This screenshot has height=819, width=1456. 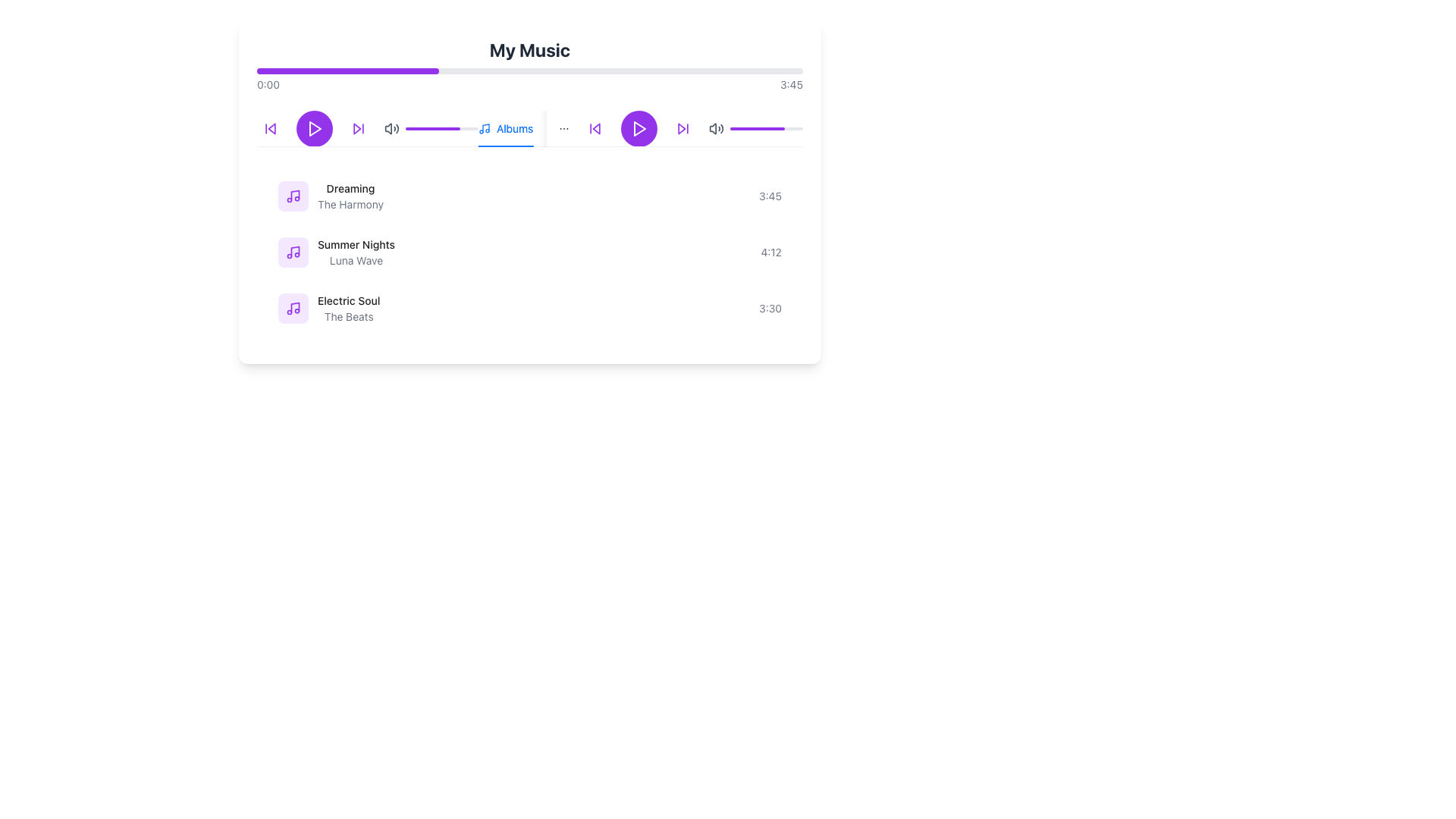 What do you see at coordinates (530, 251) in the screenshot?
I see `the list item containing the title 'Summer Nights', which is the second item in the vertical list, positioned between 'Dreaming - The Harmony' and 'Electric Soul - The Beats'` at bounding box center [530, 251].